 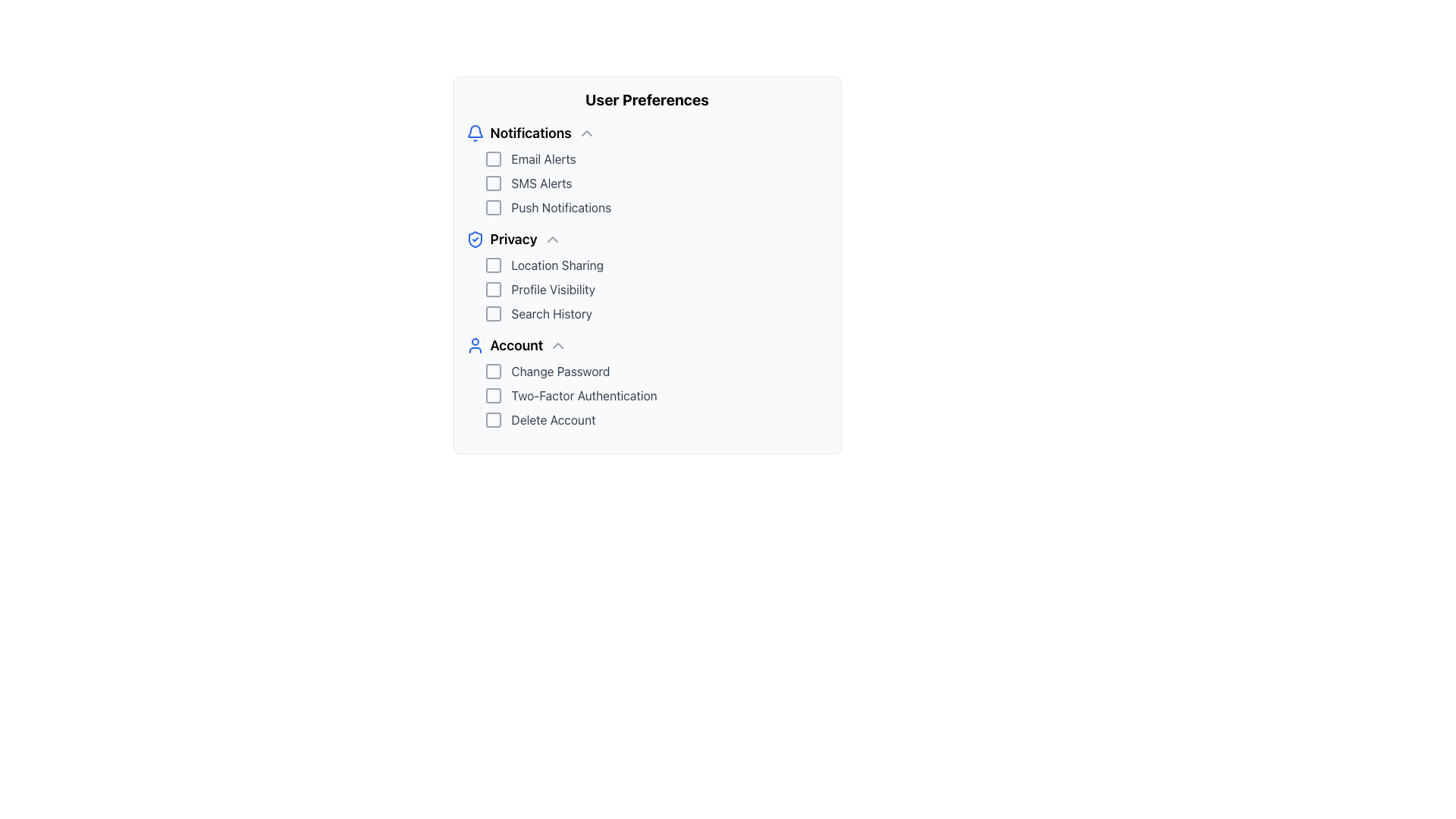 I want to click on the checkbox within the User Preferences panel to check or uncheck the corresponding option under Notifications, Privacy, or Account categories, so click(x=647, y=265).